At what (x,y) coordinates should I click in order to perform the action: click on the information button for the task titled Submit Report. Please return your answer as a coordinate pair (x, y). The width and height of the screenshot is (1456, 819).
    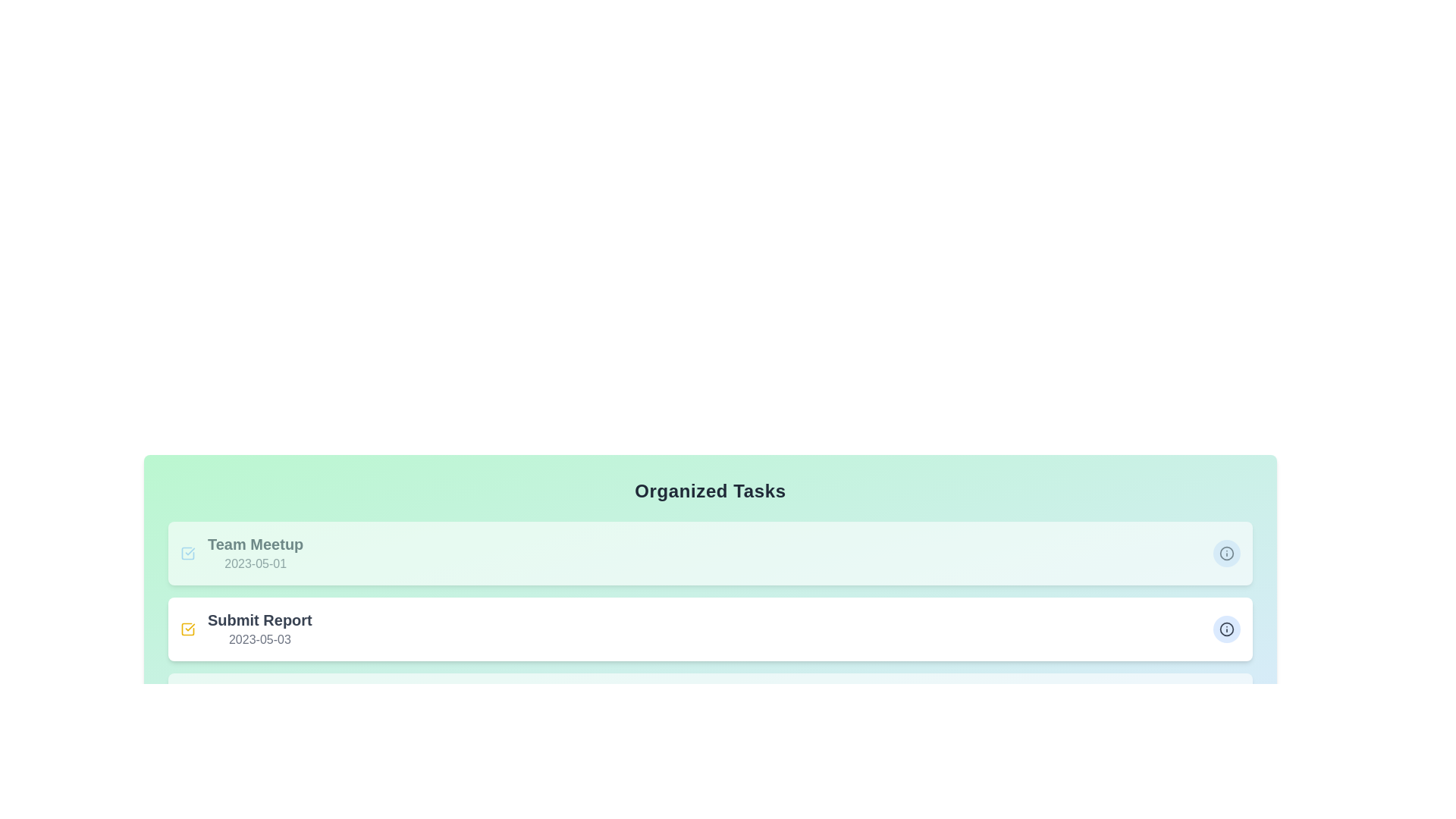
    Looking at the image, I should click on (1226, 629).